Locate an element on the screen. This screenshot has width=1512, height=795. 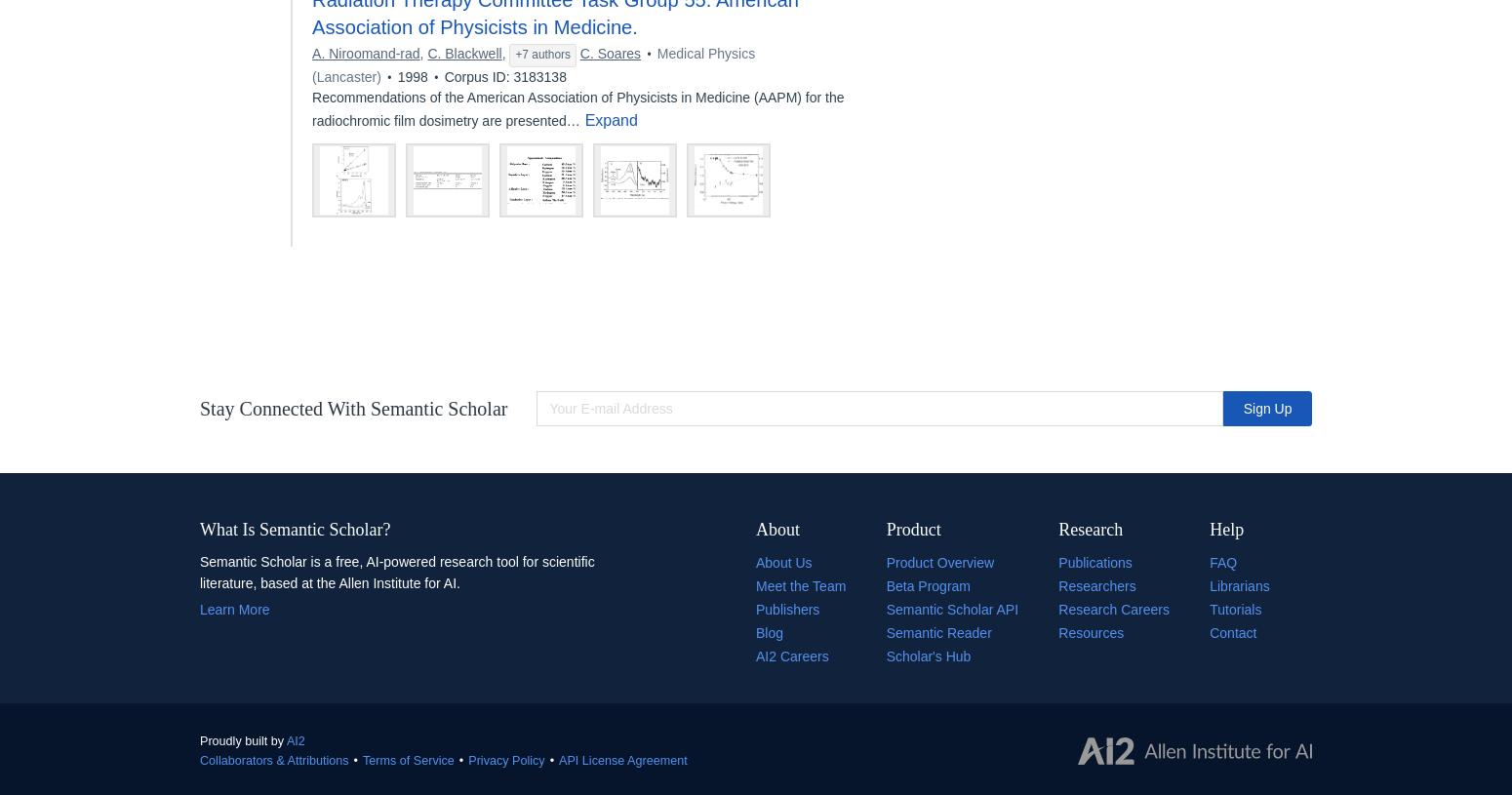
'Product' is located at coordinates (912, 528).